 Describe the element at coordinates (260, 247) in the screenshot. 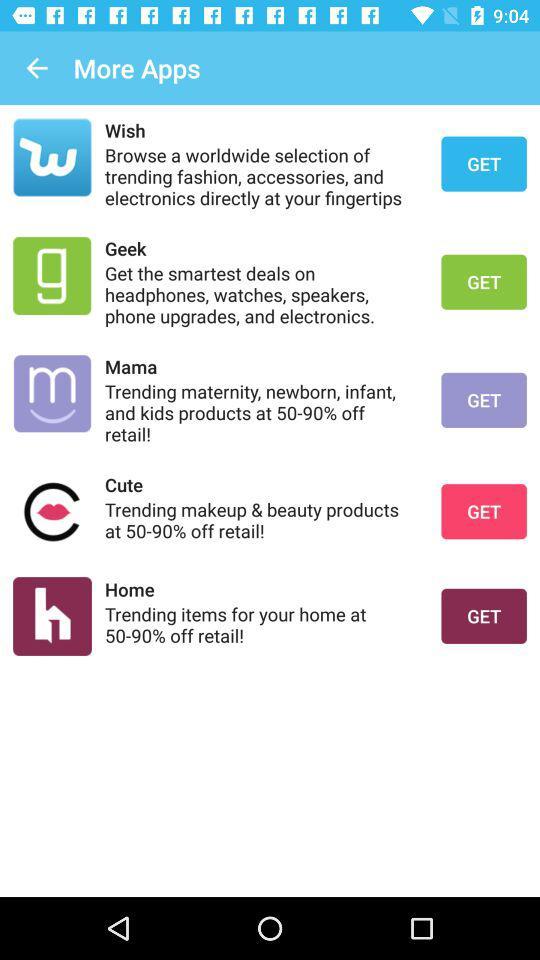

I see `item above get the smartest` at that location.